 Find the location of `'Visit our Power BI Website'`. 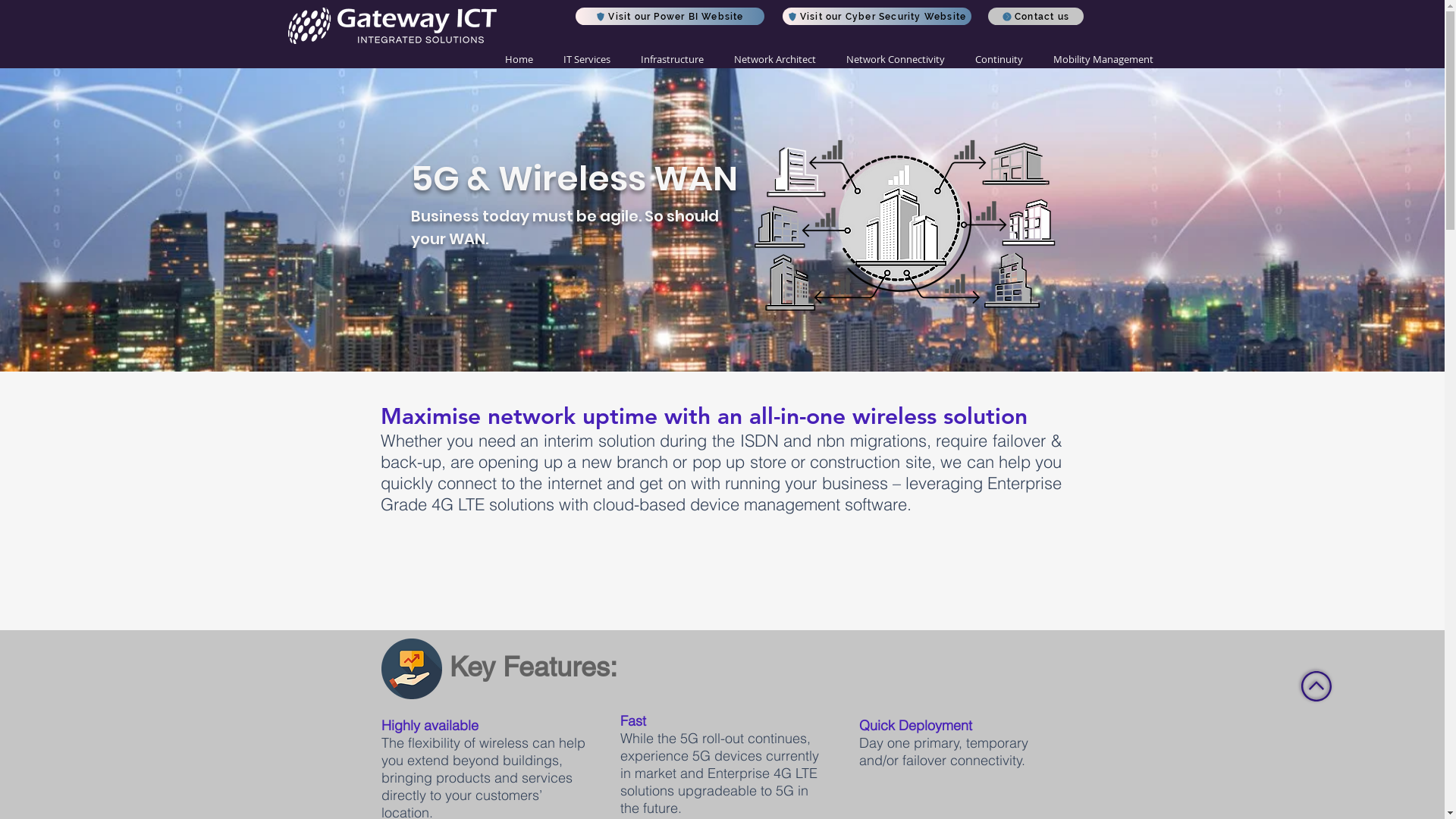

'Visit our Power BI Website' is located at coordinates (668, 16).